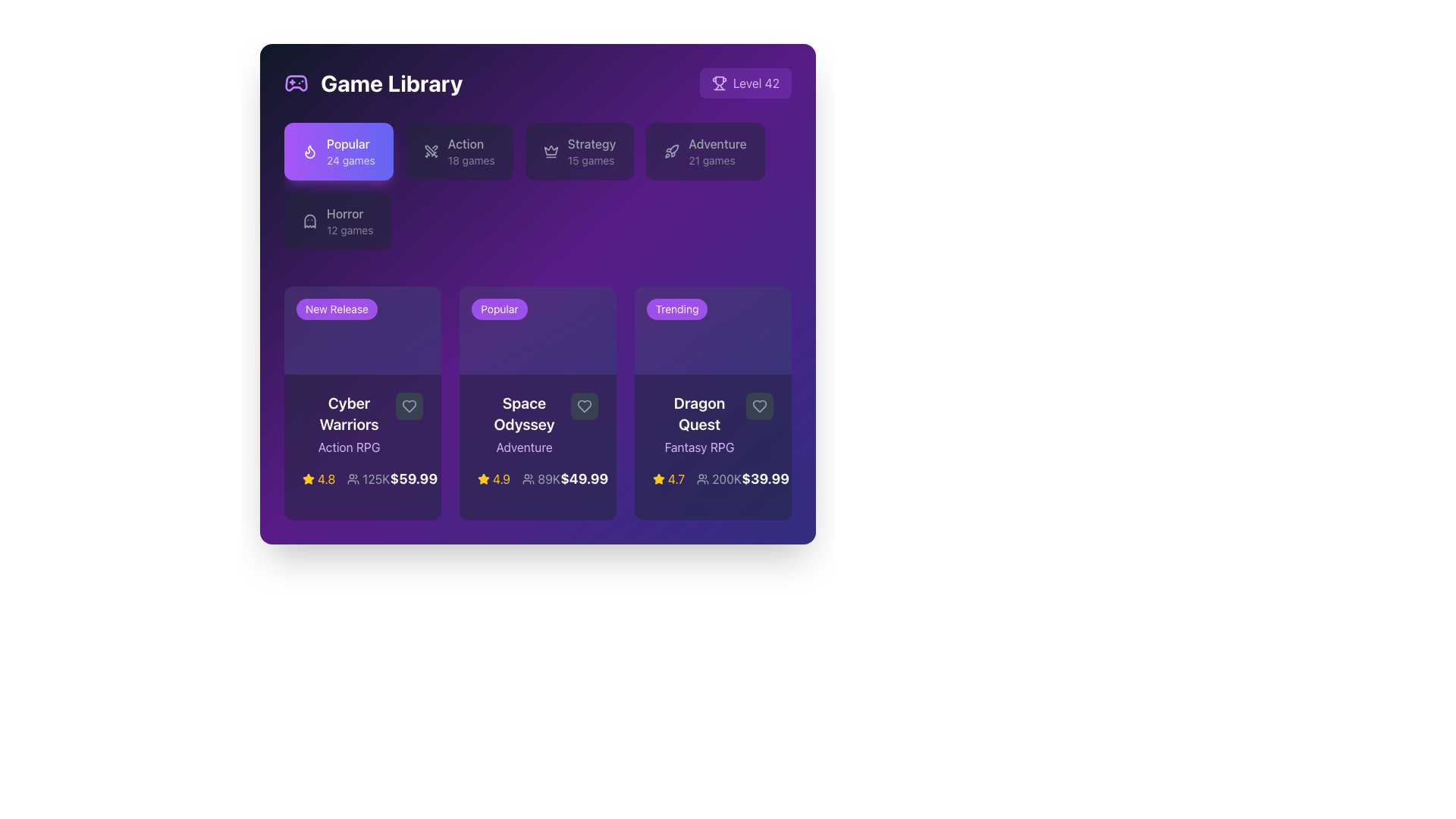 The image size is (1456, 819). Describe the element at coordinates (348, 425) in the screenshot. I see `title and category descriptor text label for the game 'Cyber Warriors' located in the top-left corner of the second row of the card grid in the 'Popular' pane` at that location.